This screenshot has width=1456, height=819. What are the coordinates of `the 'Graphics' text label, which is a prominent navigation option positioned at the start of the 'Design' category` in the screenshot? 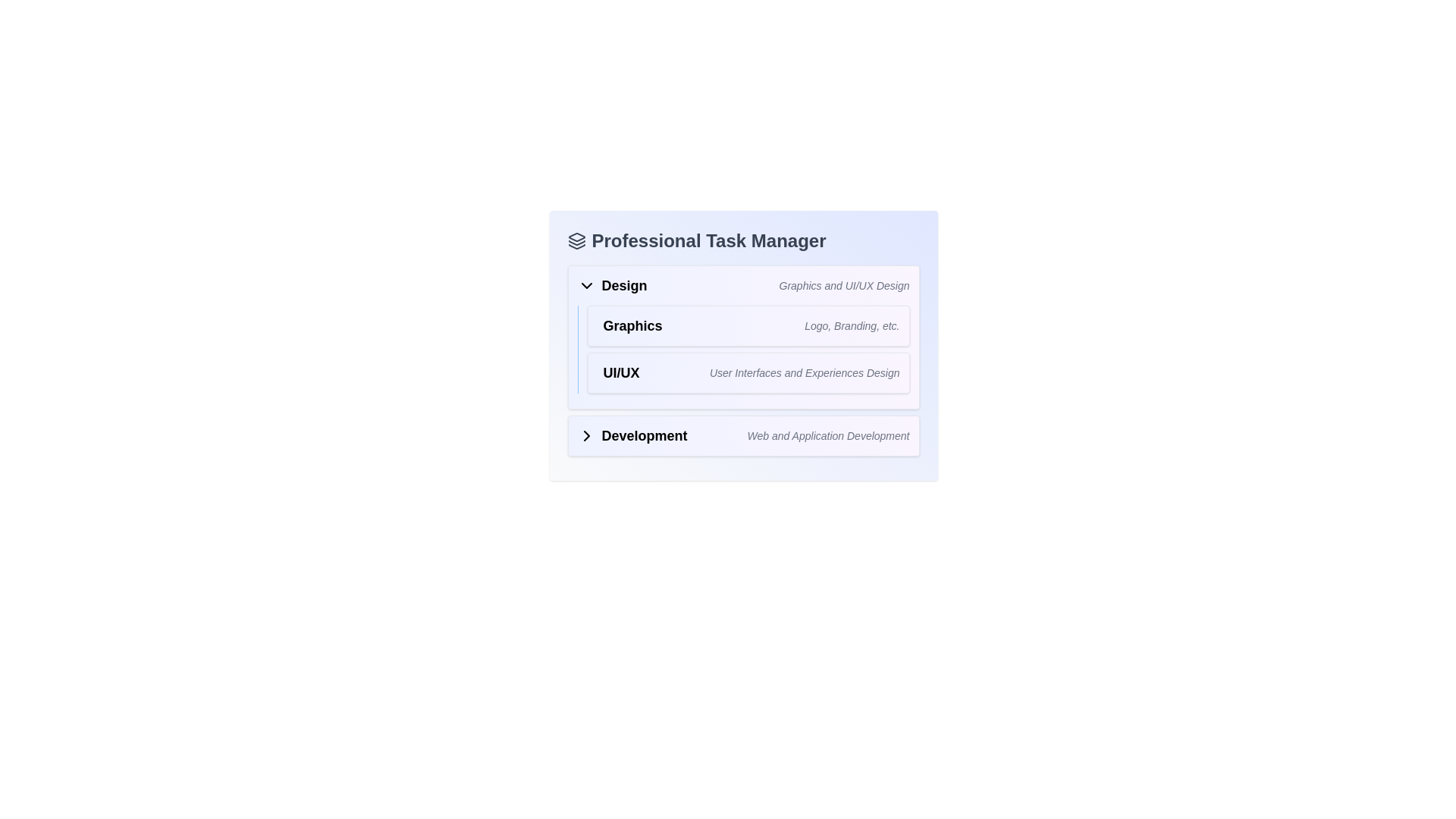 It's located at (629, 325).